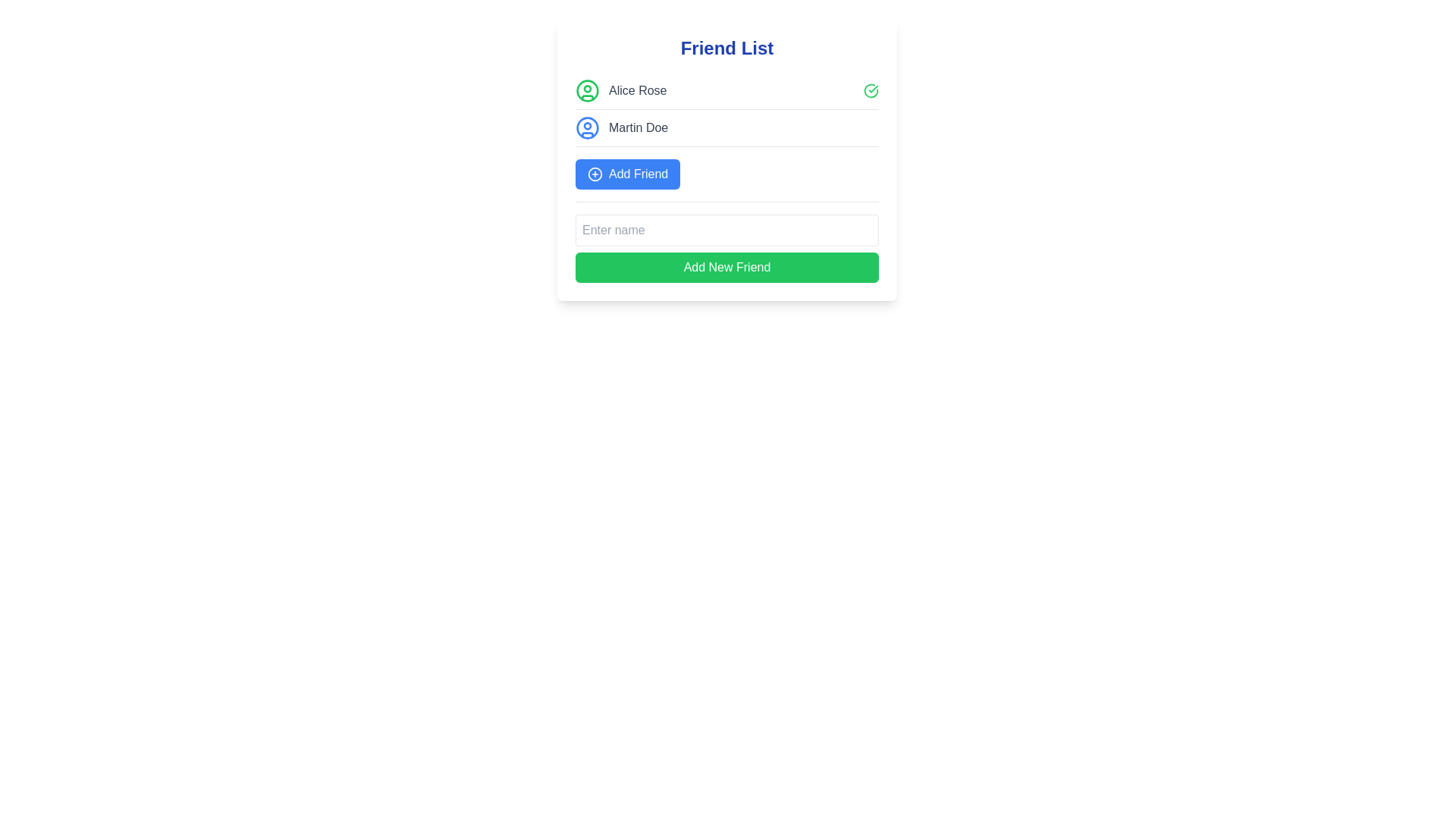  I want to click on the label displaying the name 'Alice Rose' in the friend list, which is positioned in the topmost row next to a circular user profile icon and a green circular checkmark, so click(638, 90).